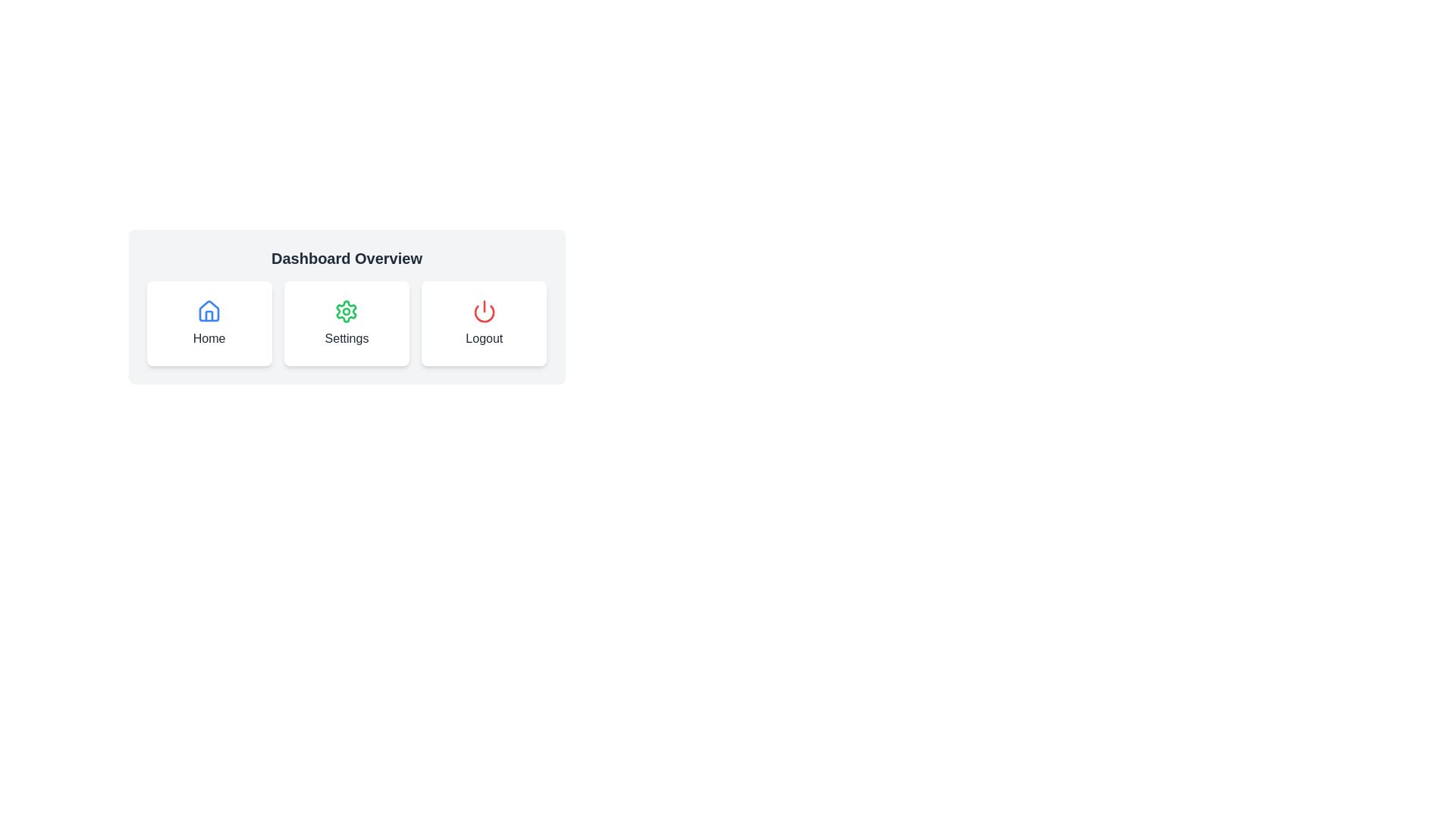  I want to click on the green gear icon within the 'Settings' card, so click(346, 311).